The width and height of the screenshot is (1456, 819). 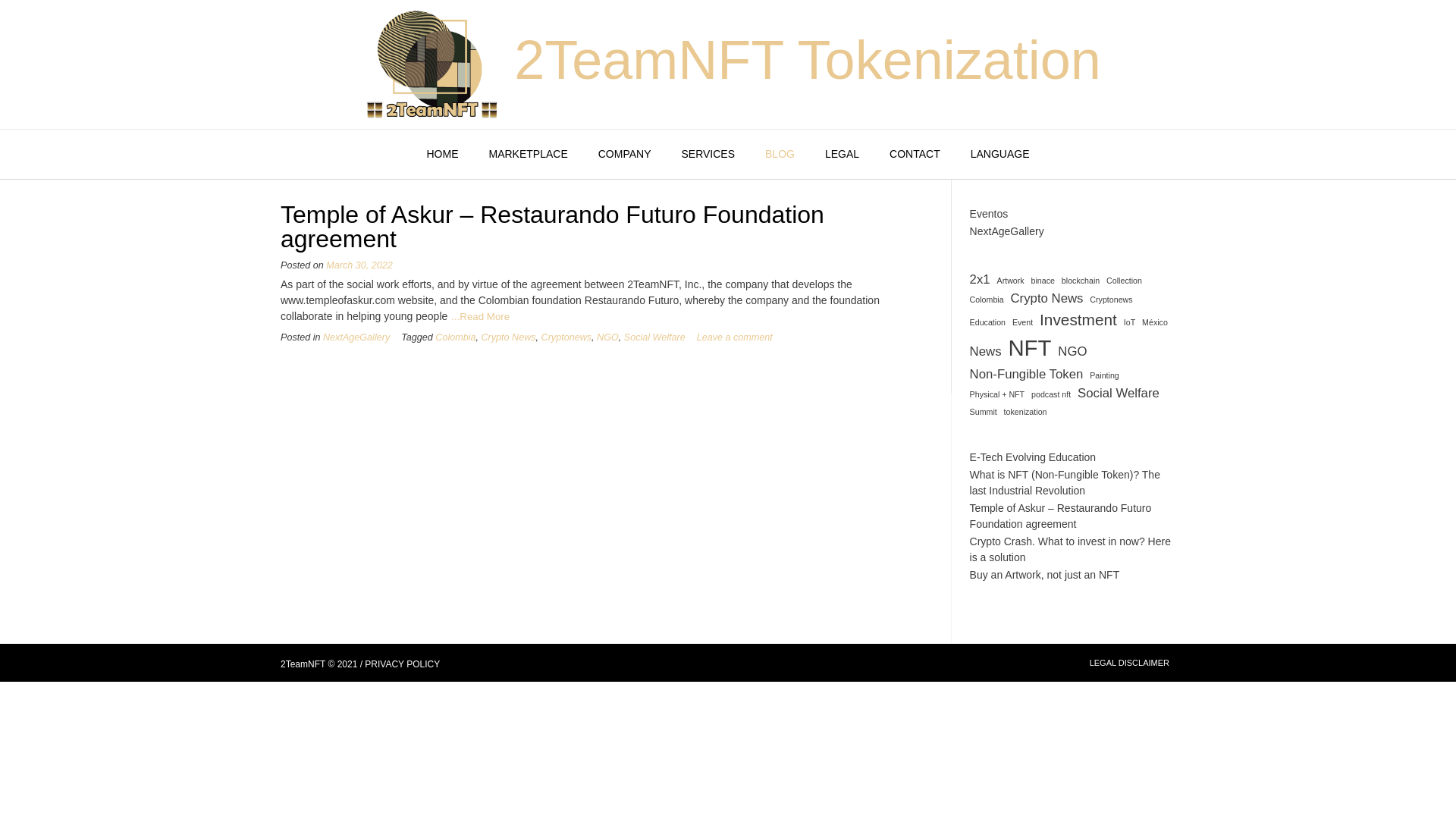 I want to click on 'NextAgeGallery', so click(x=1007, y=231).